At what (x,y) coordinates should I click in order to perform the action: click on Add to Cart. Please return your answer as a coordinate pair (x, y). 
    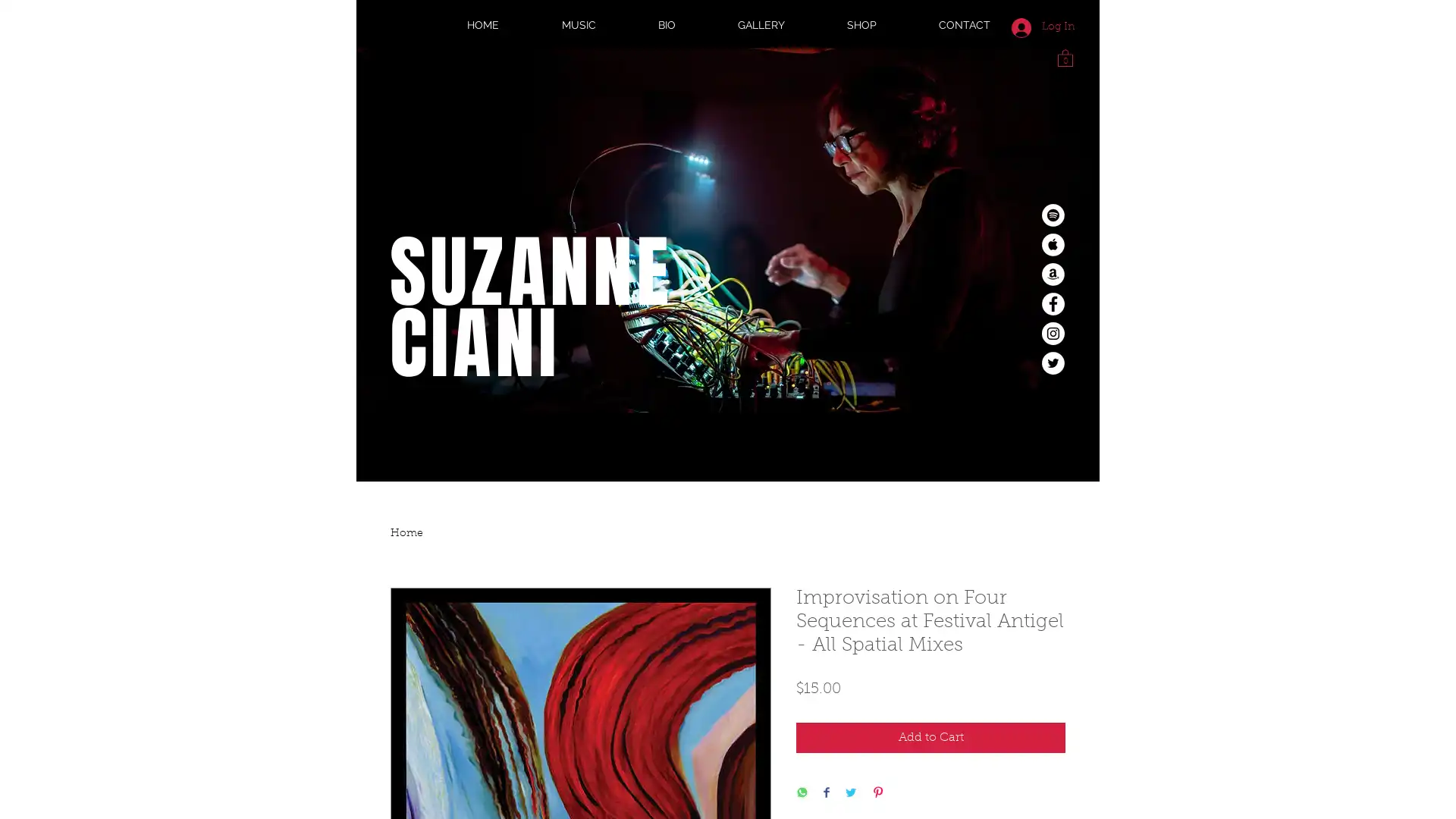
    Looking at the image, I should click on (930, 736).